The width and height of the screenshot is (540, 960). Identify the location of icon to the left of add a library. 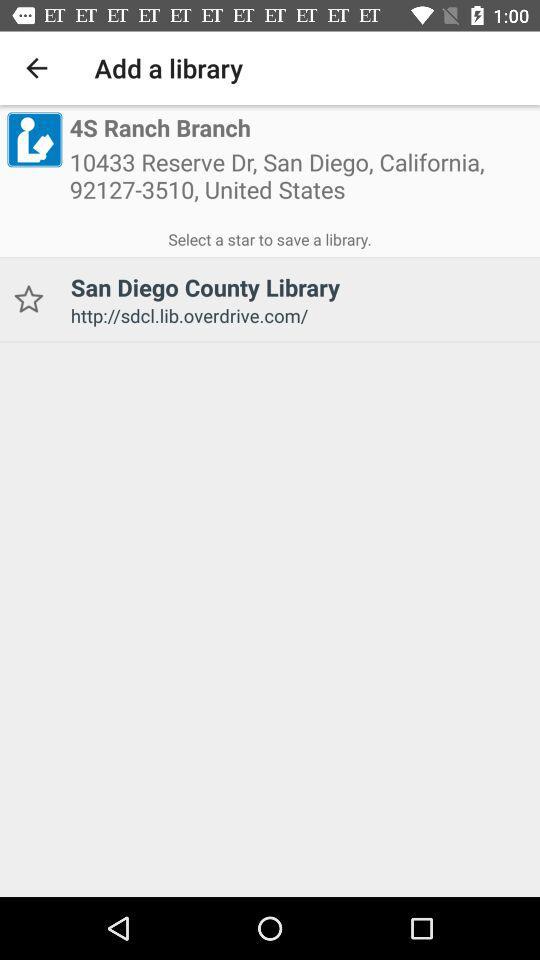
(36, 68).